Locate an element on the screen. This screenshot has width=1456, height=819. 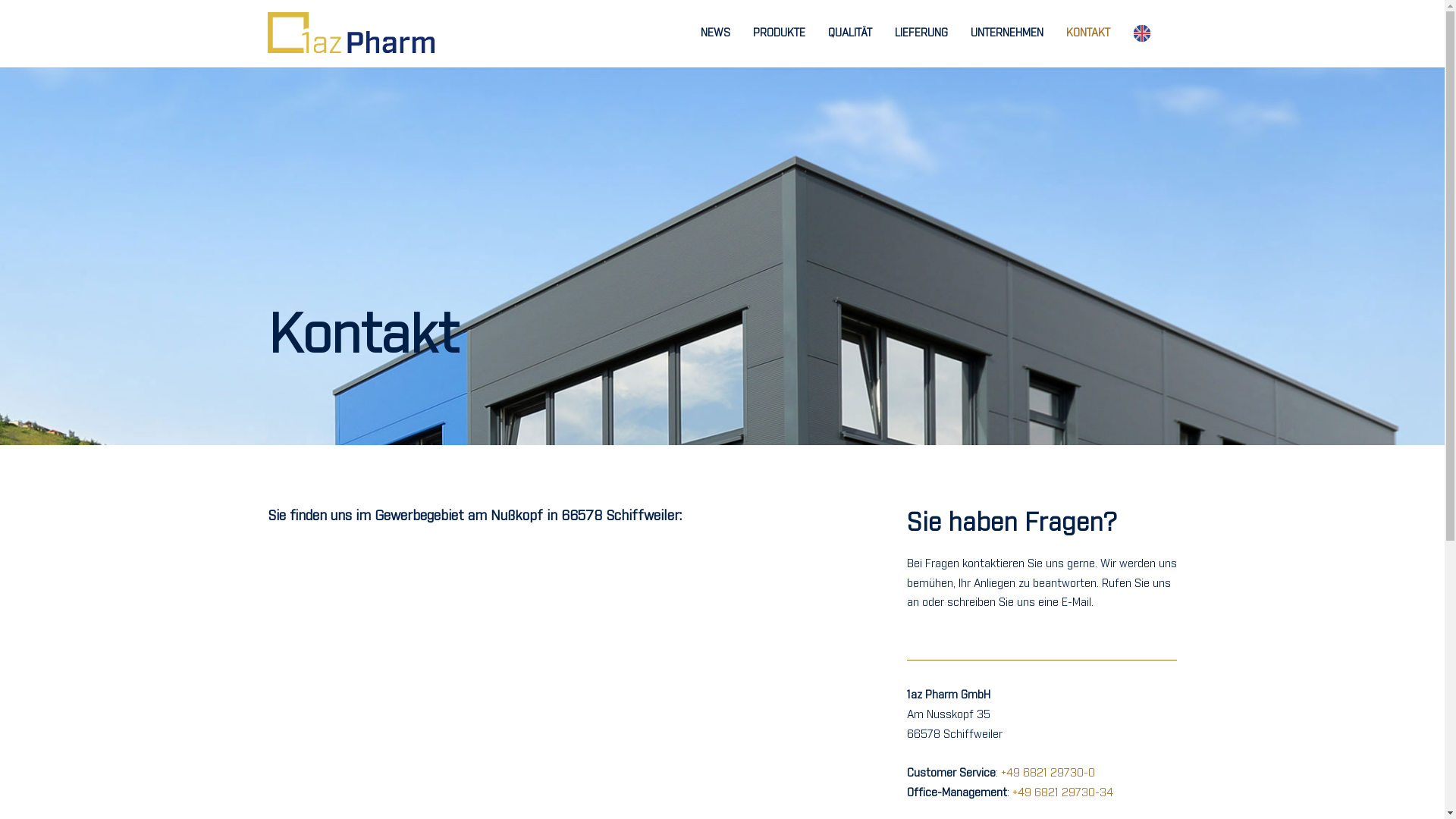
'+49 6821 29730-34' is located at coordinates (1062, 792).